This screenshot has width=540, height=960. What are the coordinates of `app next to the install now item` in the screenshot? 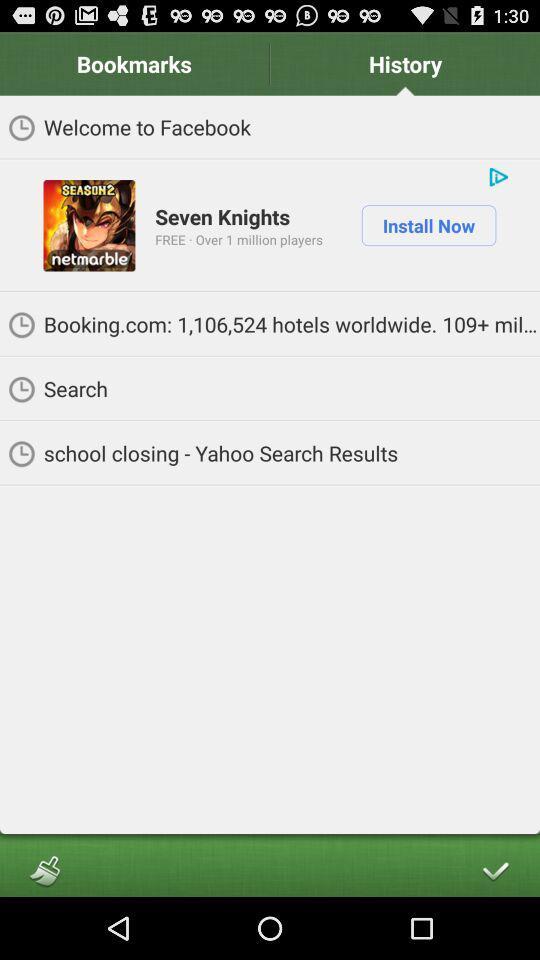 It's located at (239, 239).